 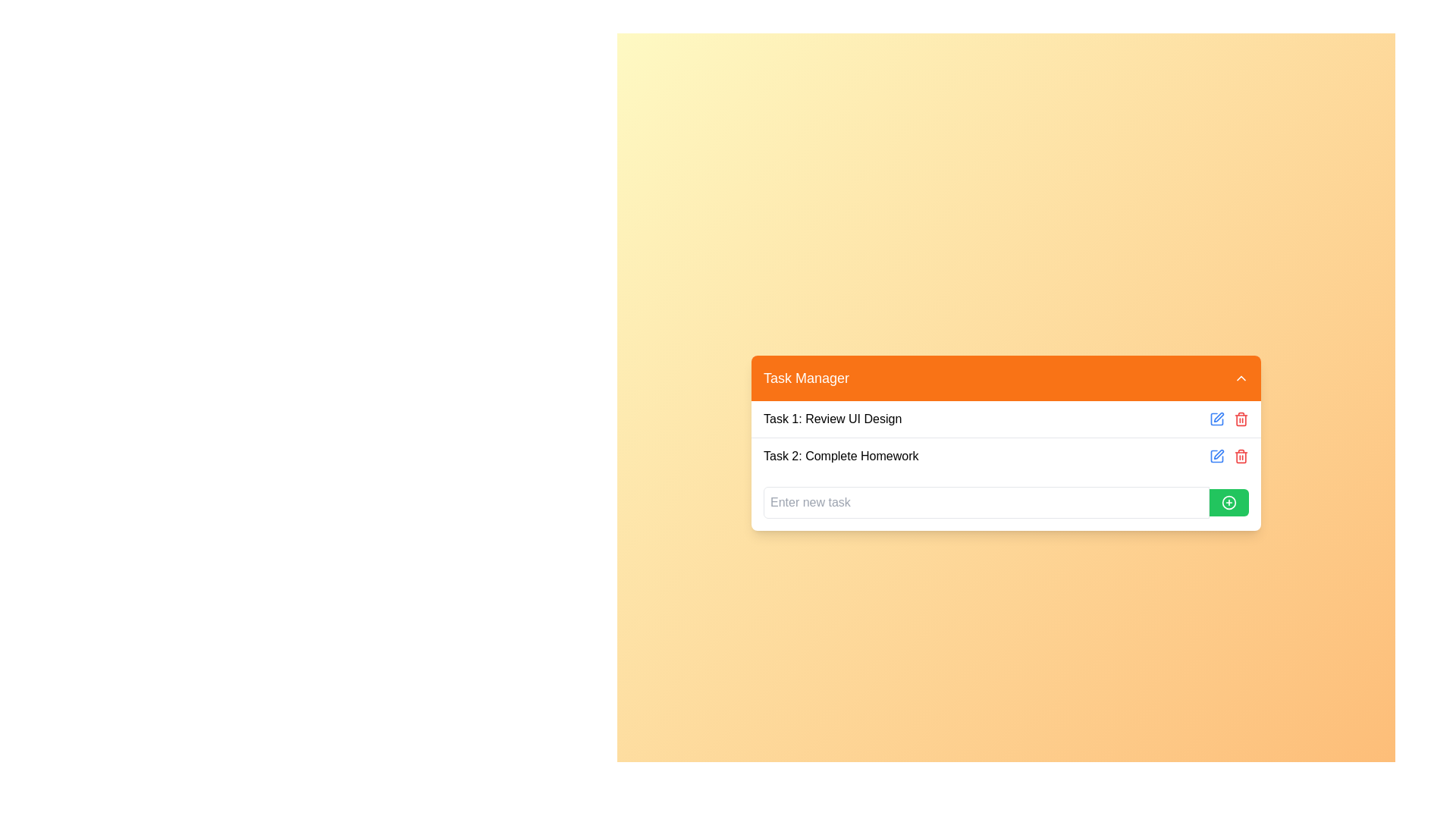 What do you see at coordinates (1229, 502) in the screenshot?
I see `the graphical circle element used for adding or confirming tasks, located at the bottom-right of the task manager interface` at bounding box center [1229, 502].